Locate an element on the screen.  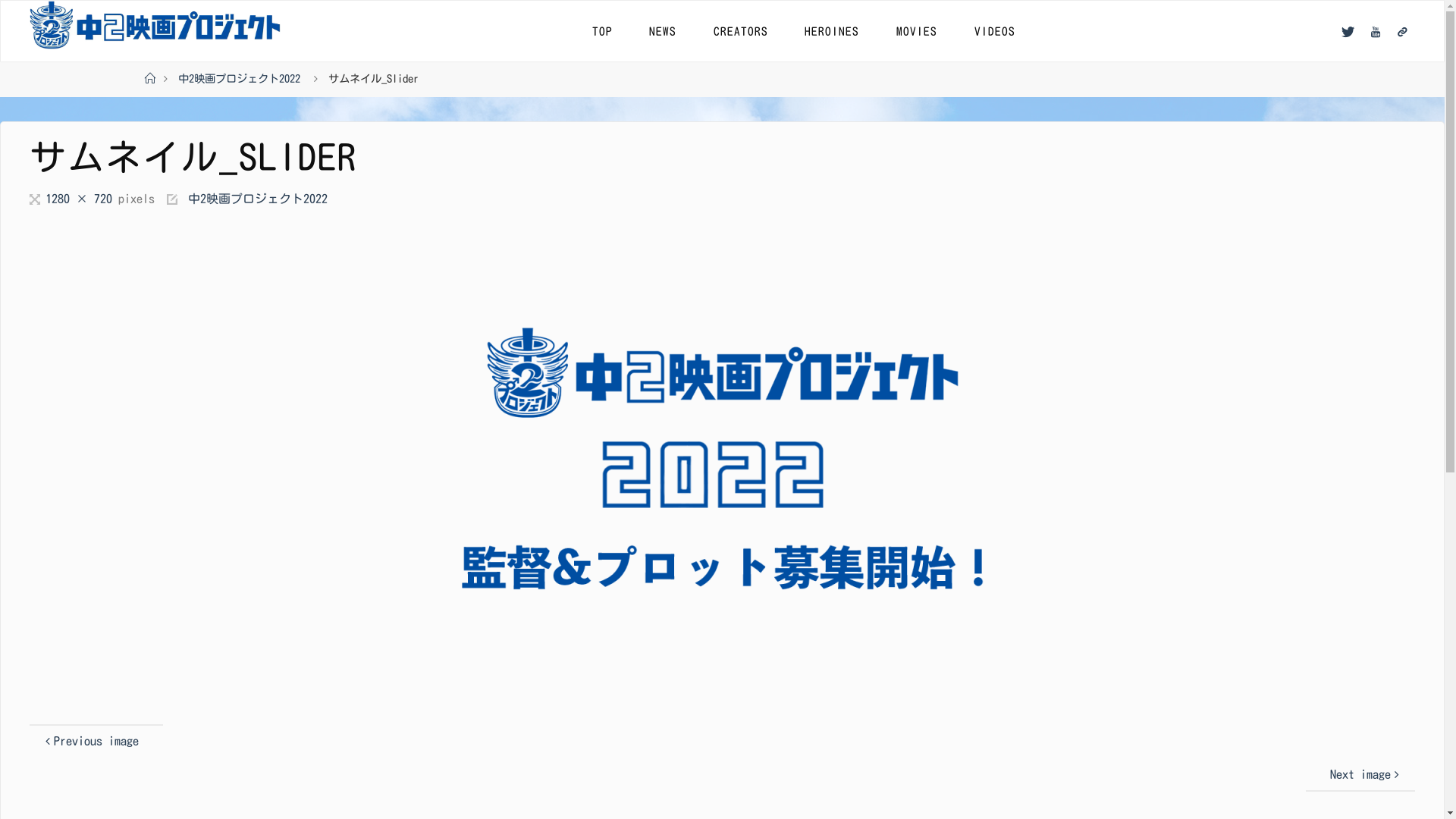
'Published in' is located at coordinates (173, 198).